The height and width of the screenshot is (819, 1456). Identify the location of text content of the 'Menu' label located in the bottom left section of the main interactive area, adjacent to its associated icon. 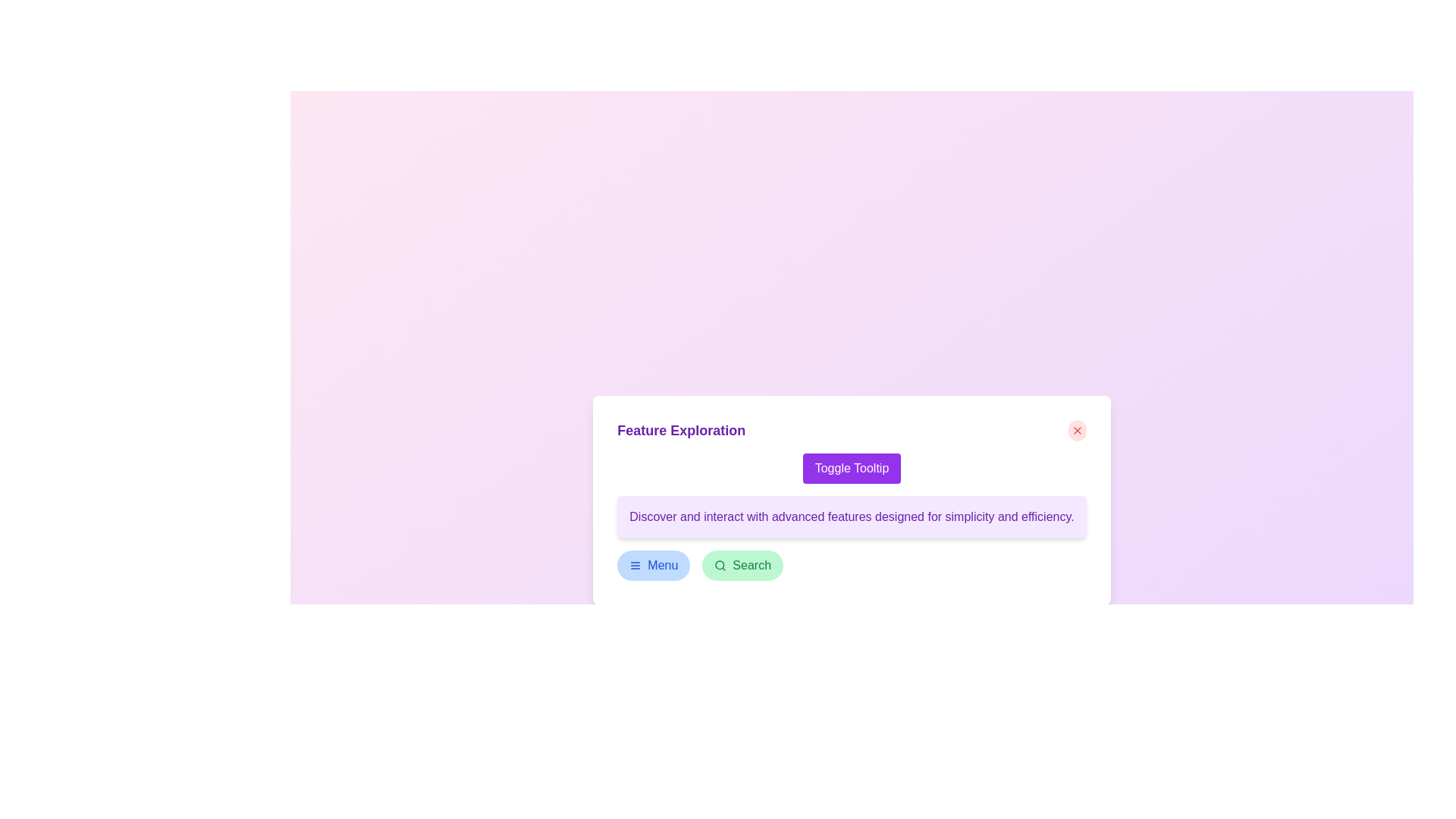
(663, 565).